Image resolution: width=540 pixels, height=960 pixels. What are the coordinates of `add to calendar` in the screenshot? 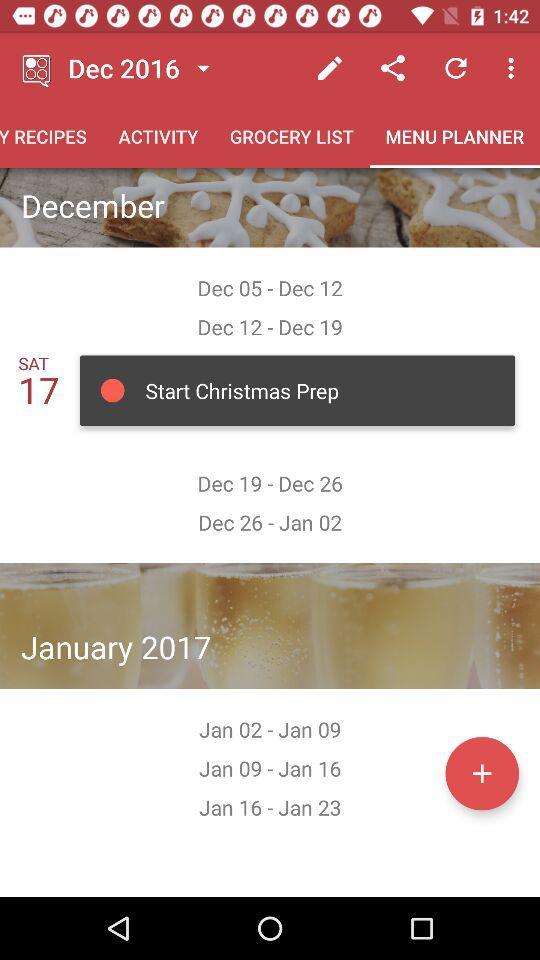 It's located at (481, 772).